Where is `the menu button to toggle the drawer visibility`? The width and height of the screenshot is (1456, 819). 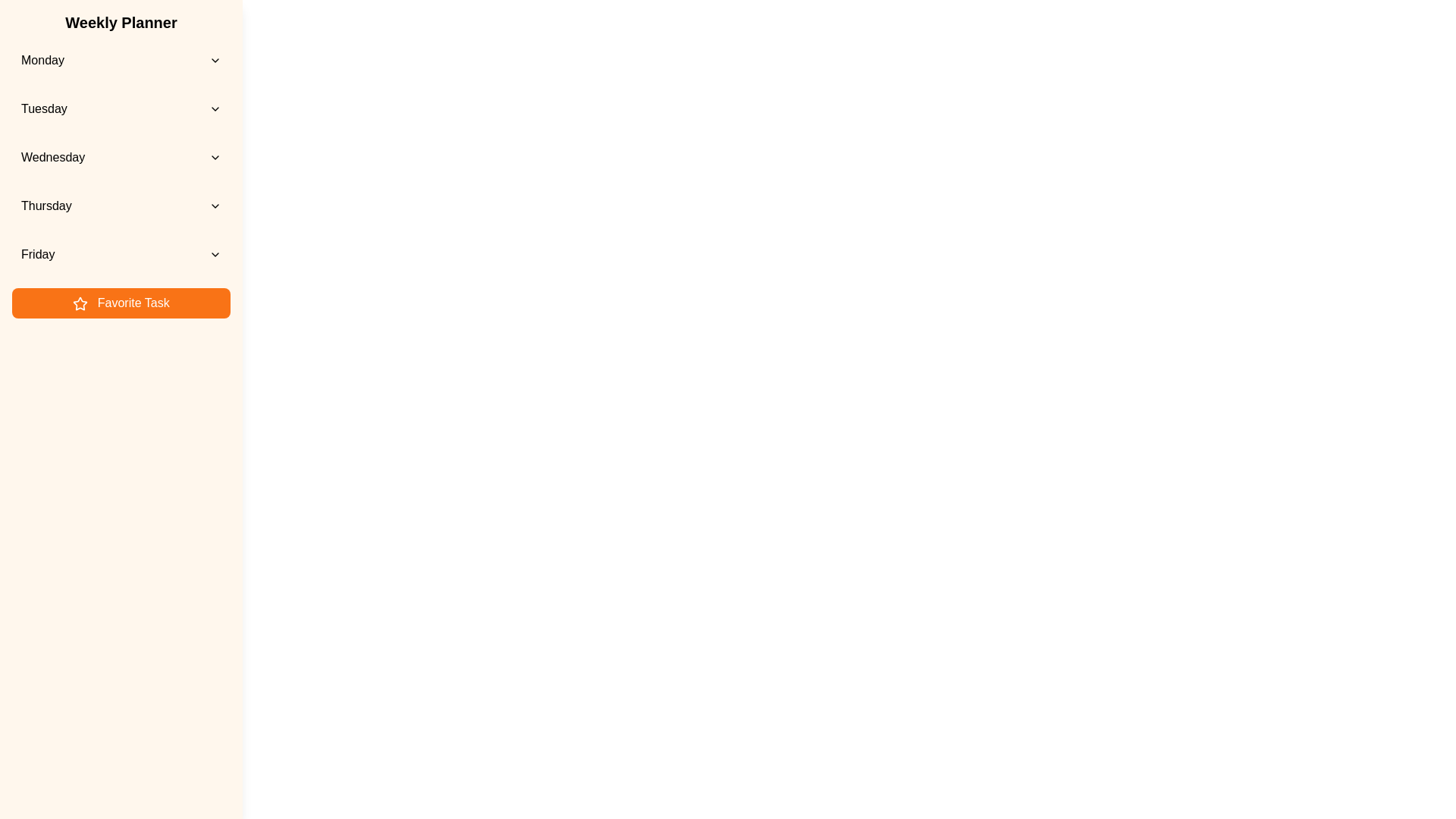 the menu button to toggle the drawer visibility is located at coordinates (29, 29).